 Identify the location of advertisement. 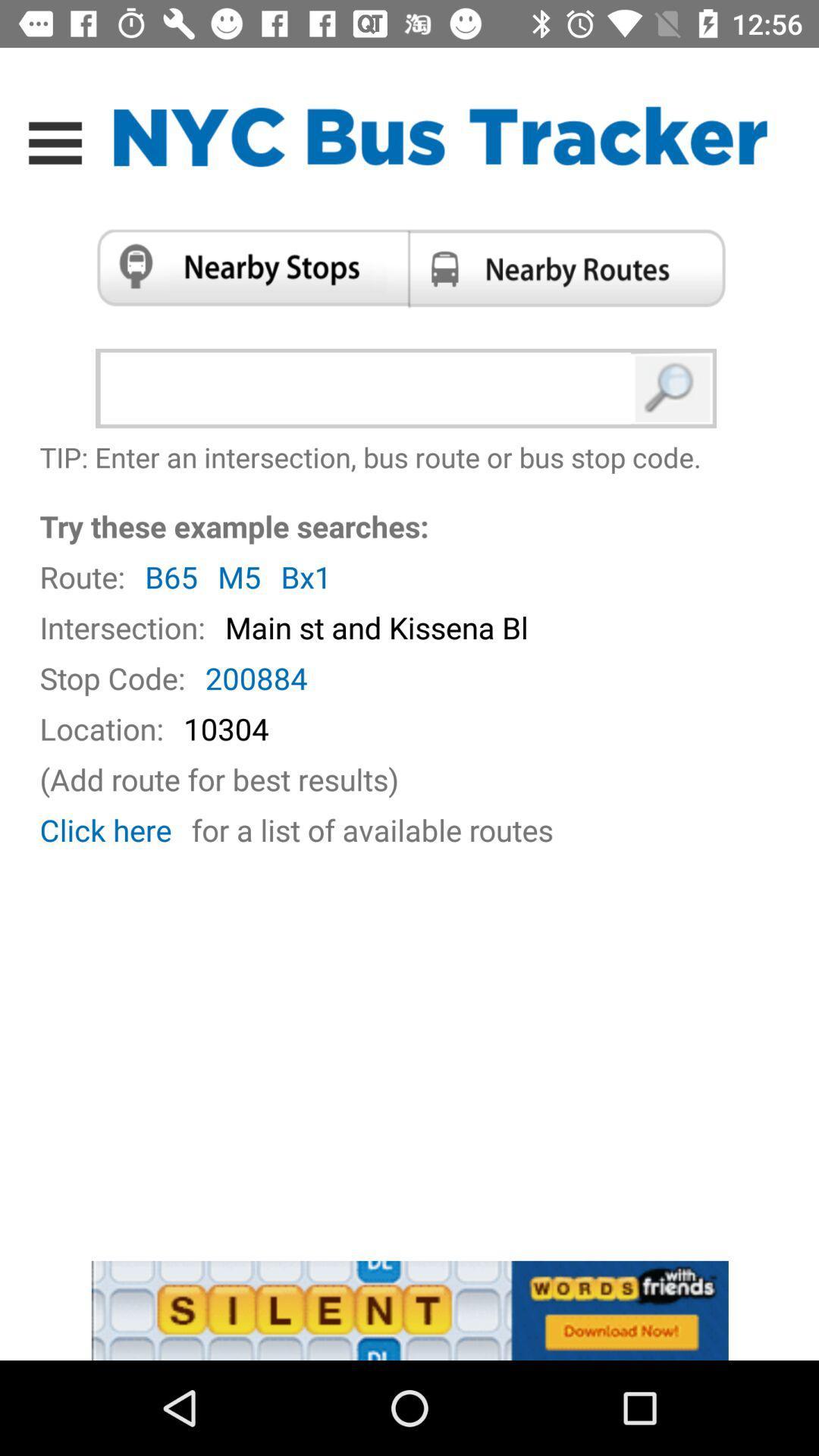
(409, 1310).